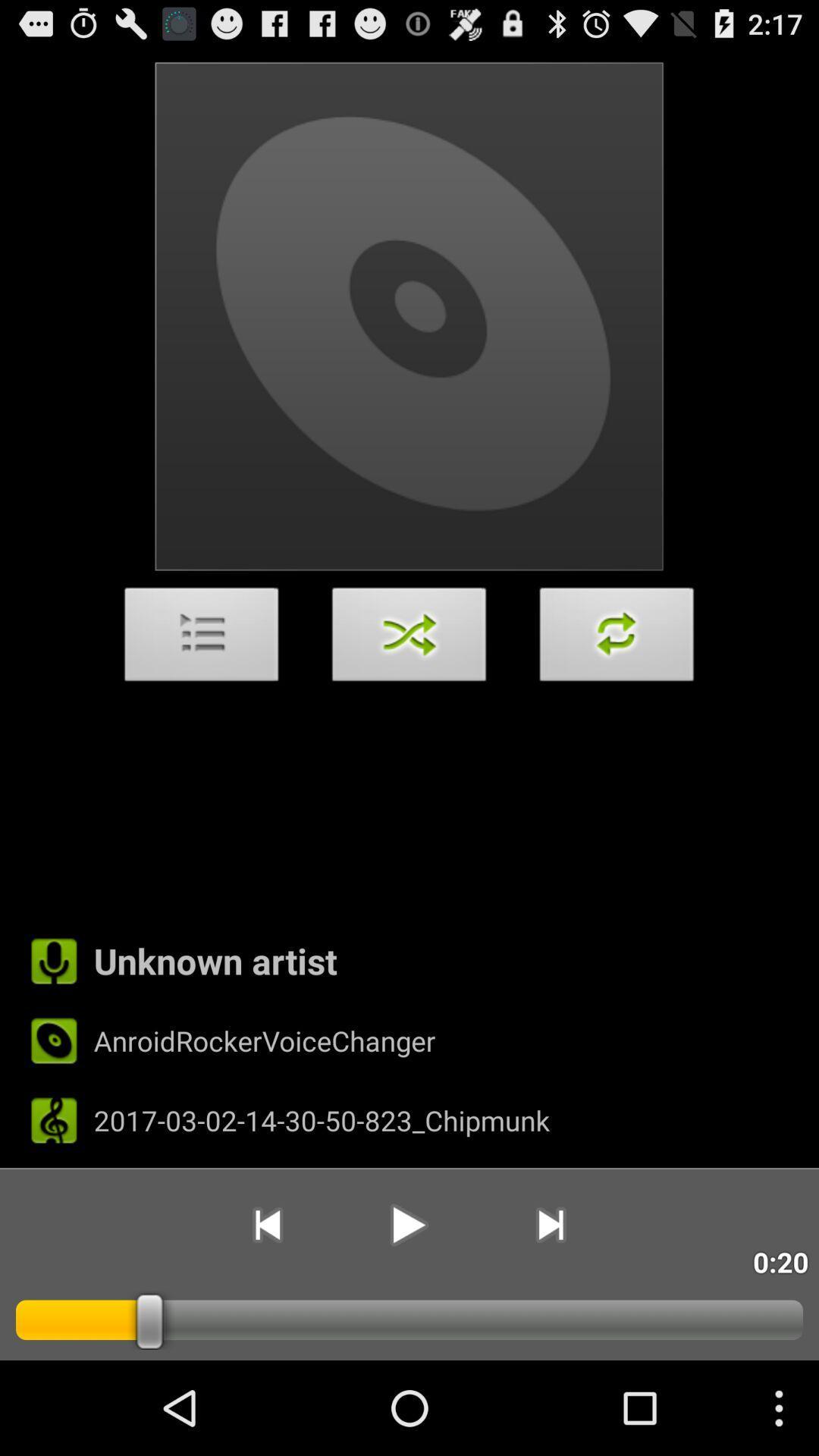 The width and height of the screenshot is (819, 1456). I want to click on the play icon, so click(408, 1310).